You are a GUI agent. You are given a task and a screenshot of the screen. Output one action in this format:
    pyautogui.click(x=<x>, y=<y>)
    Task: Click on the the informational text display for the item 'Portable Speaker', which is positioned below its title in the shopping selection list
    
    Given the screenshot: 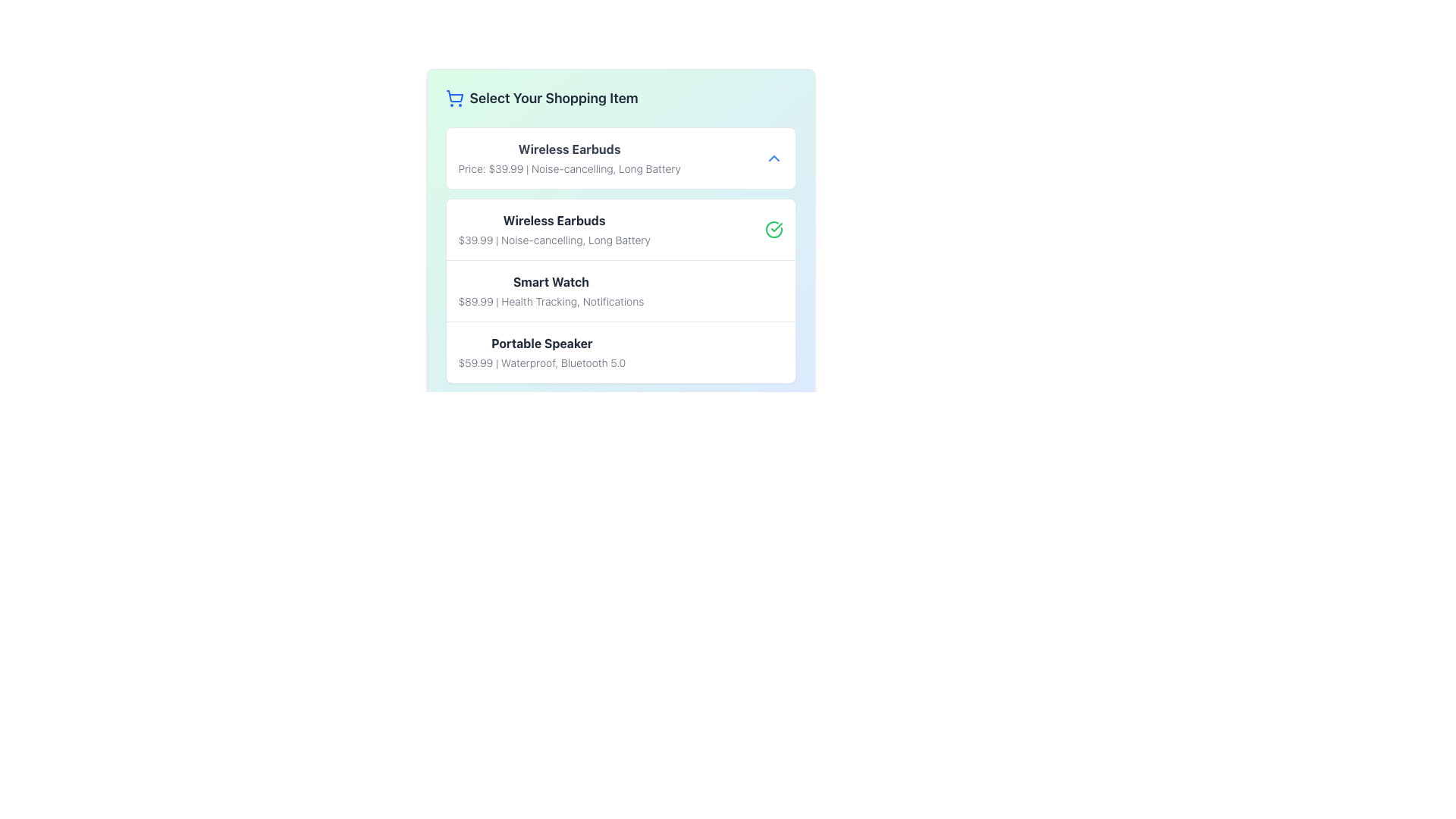 What is the action you would take?
    pyautogui.click(x=541, y=362)
    